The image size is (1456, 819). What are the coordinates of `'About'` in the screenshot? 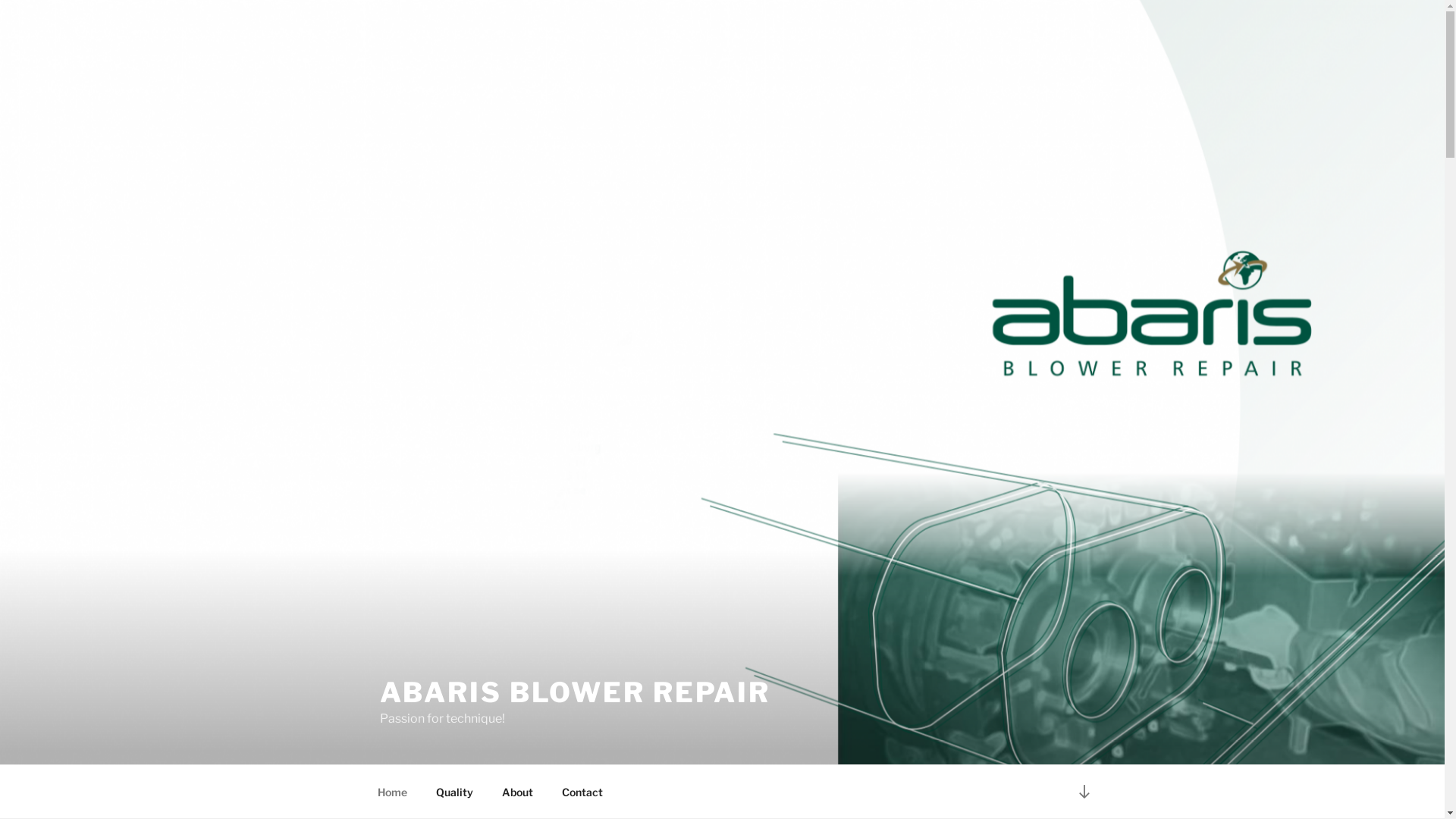 It's located at (488, 791).